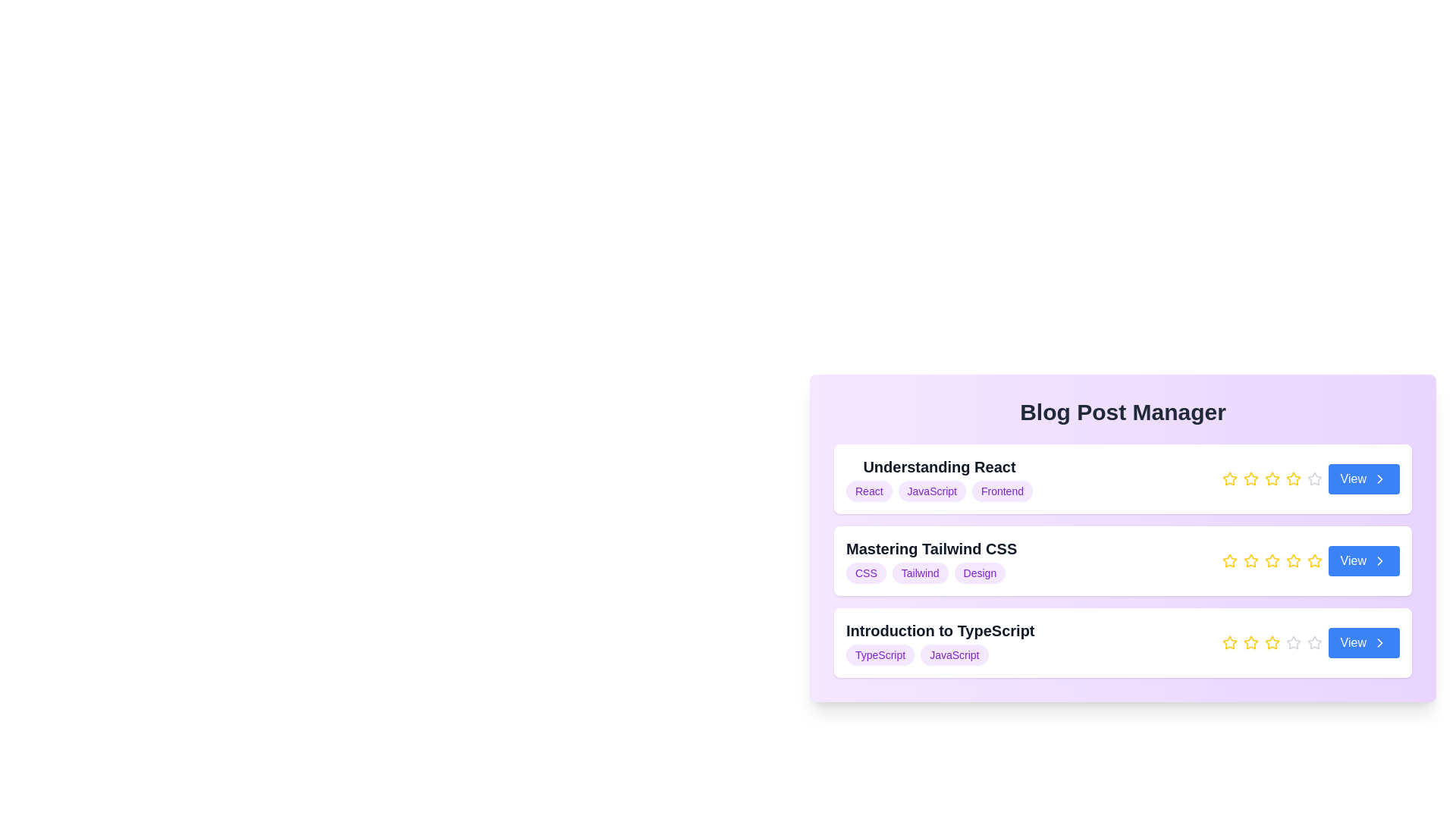 Image resolution: width=1456 pixels, height=819 pixels. I want to click on the third yellow star icon in the rating feature for the 'Mastering Tailwind CSS' post, located in the second row of the list, so click(1250, 561).